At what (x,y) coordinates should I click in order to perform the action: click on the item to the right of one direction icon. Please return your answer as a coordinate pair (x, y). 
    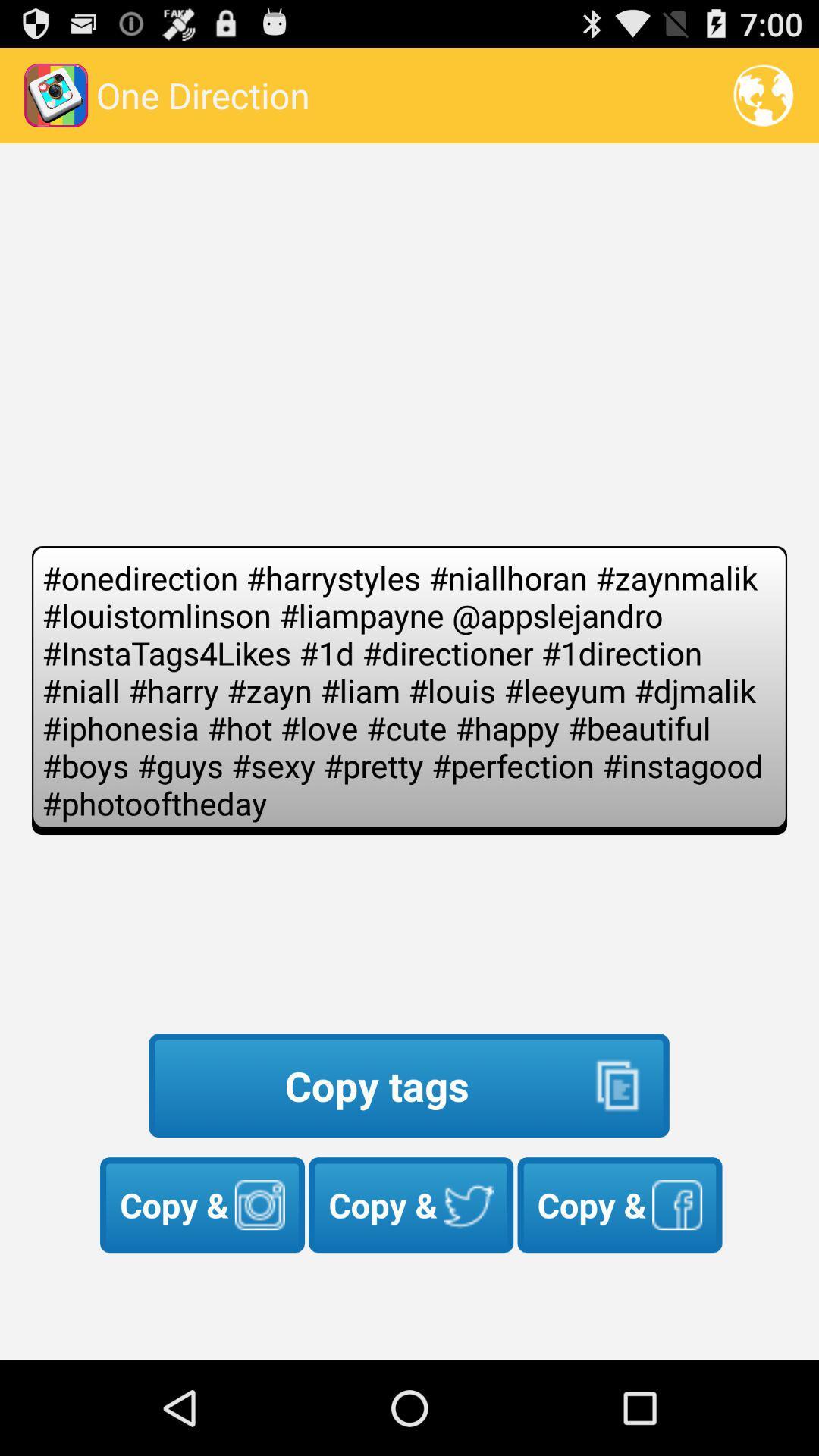
    Looking at the image, I should click on (763, 94).